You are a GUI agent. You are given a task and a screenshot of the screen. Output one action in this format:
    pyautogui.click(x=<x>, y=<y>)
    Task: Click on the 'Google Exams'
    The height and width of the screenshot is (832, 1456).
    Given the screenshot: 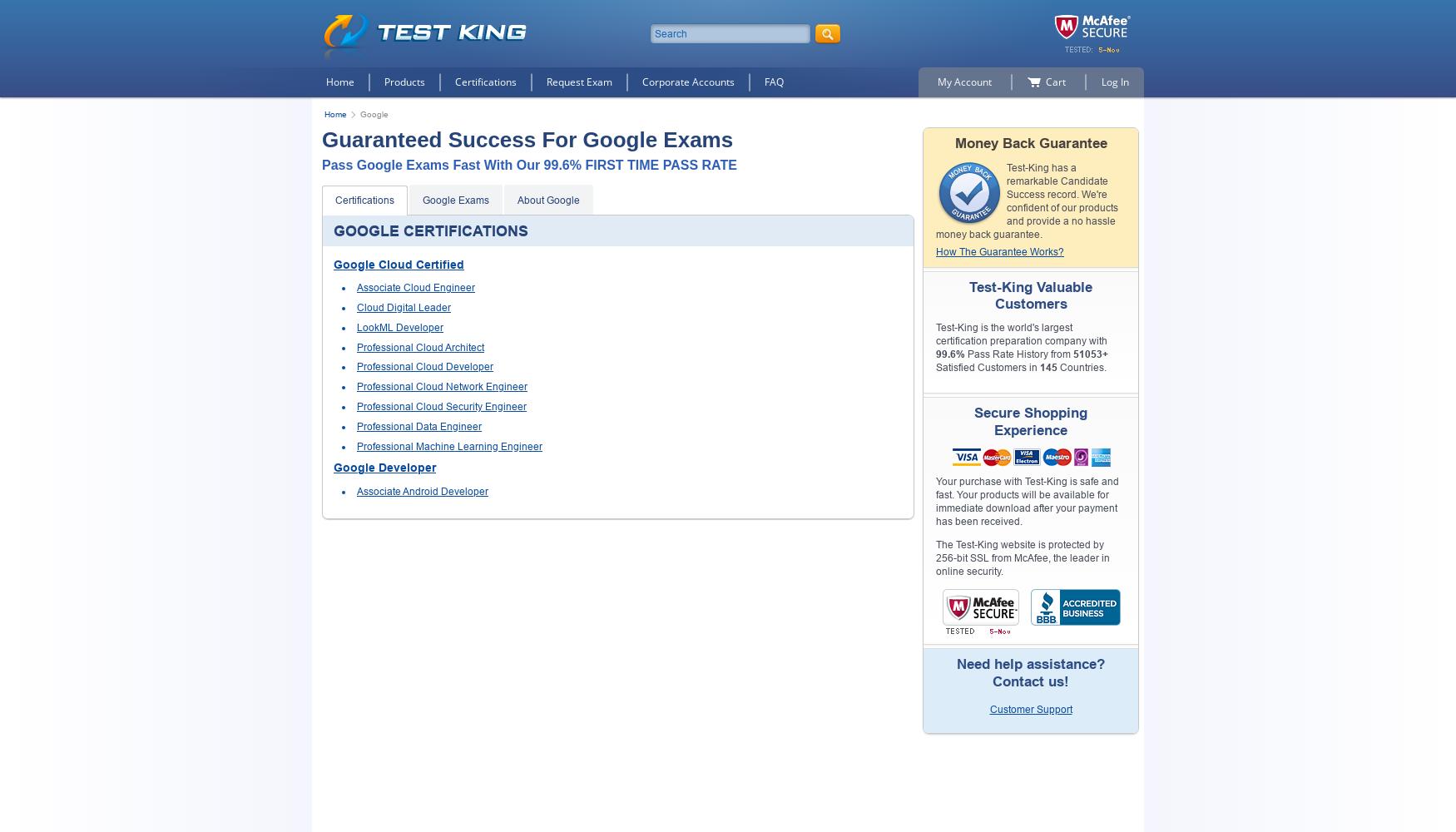 What is the action you would take?
    pyautogui.click(x=454, y=199)
    